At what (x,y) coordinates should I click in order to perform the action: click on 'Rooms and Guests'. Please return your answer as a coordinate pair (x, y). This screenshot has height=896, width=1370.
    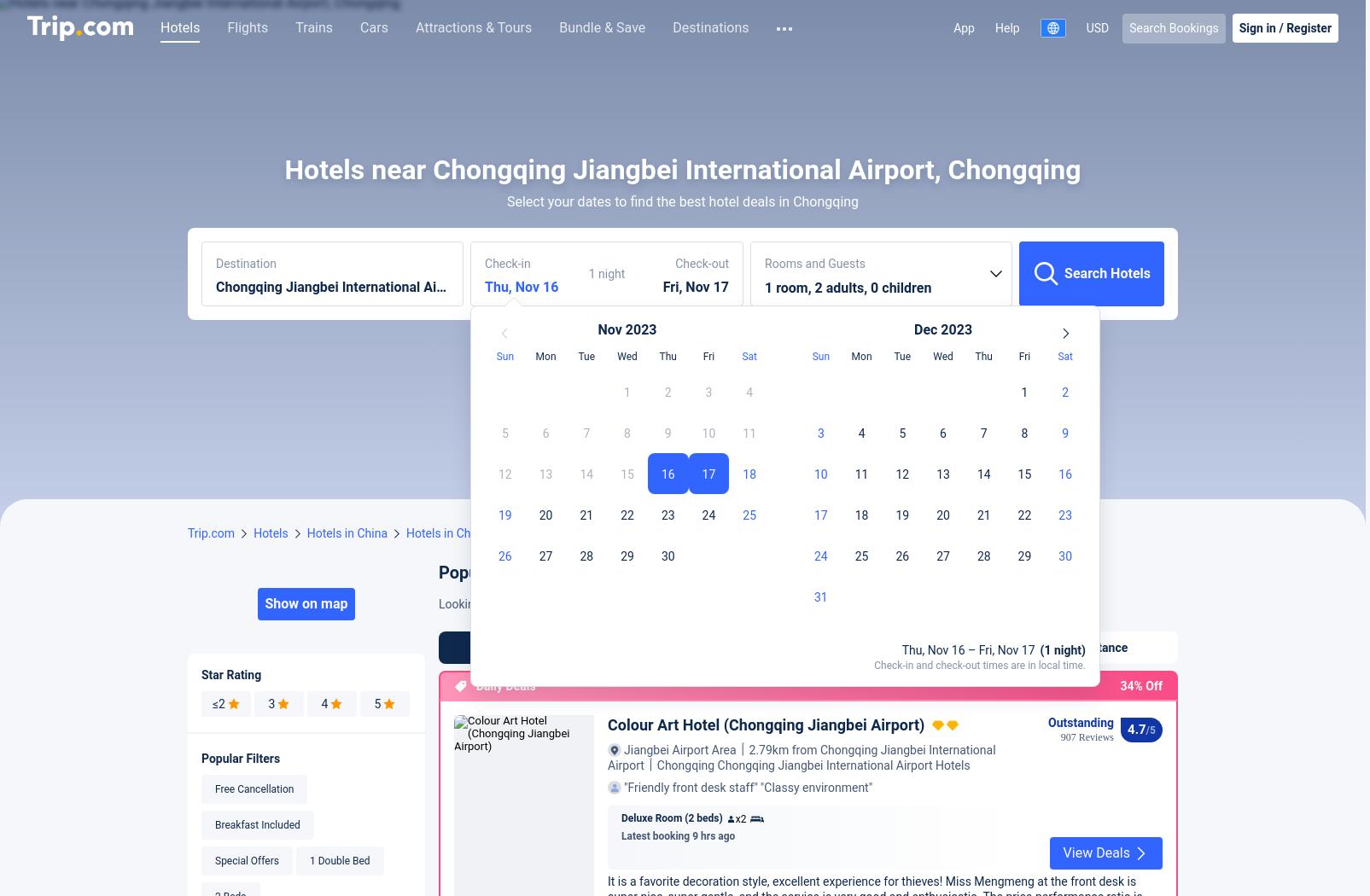
    Looking at the image, I should click on (813, 527).